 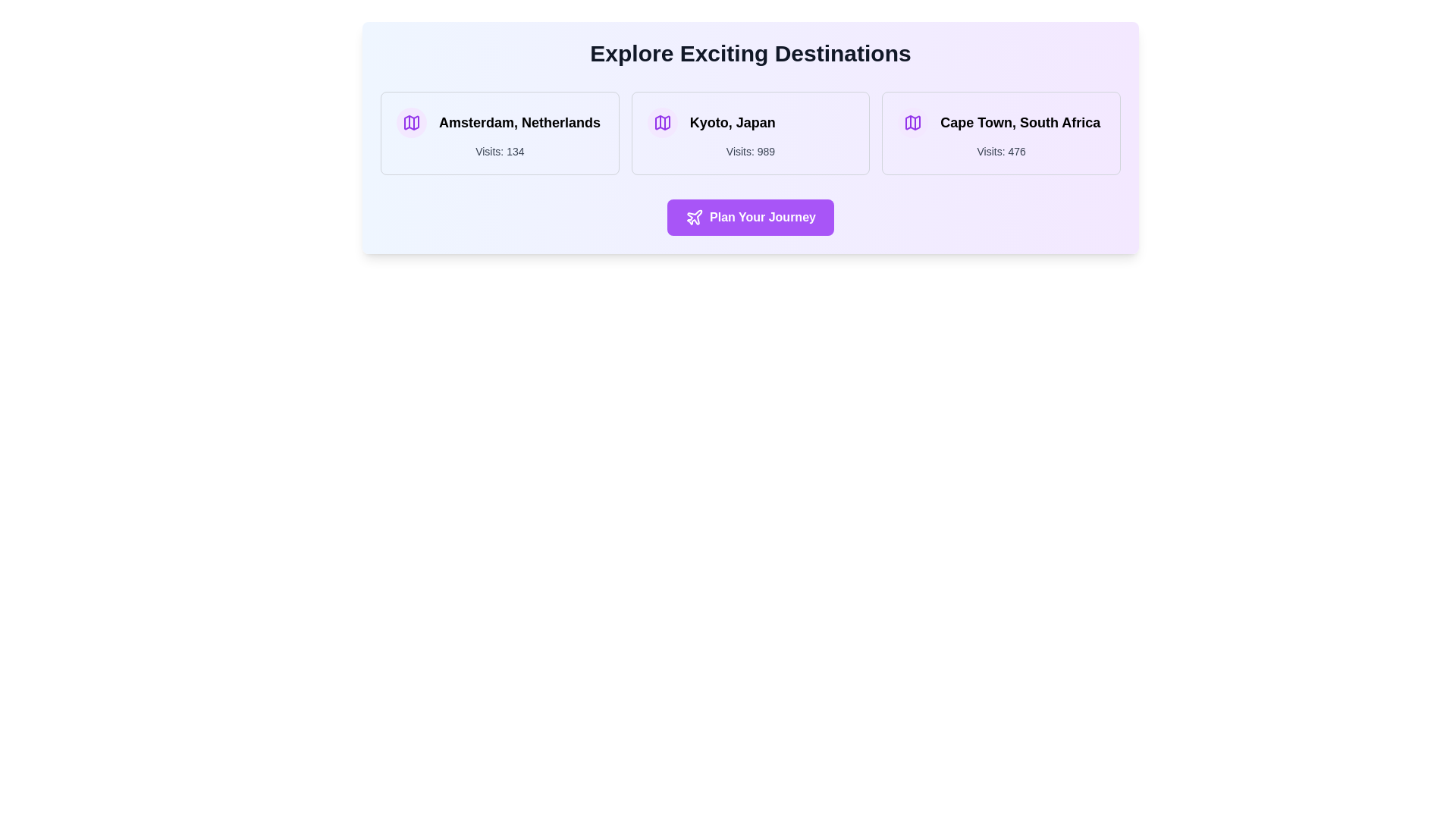 I want to click on the travel destination card for Kyoto, Japan, so click(x=750, y=133).